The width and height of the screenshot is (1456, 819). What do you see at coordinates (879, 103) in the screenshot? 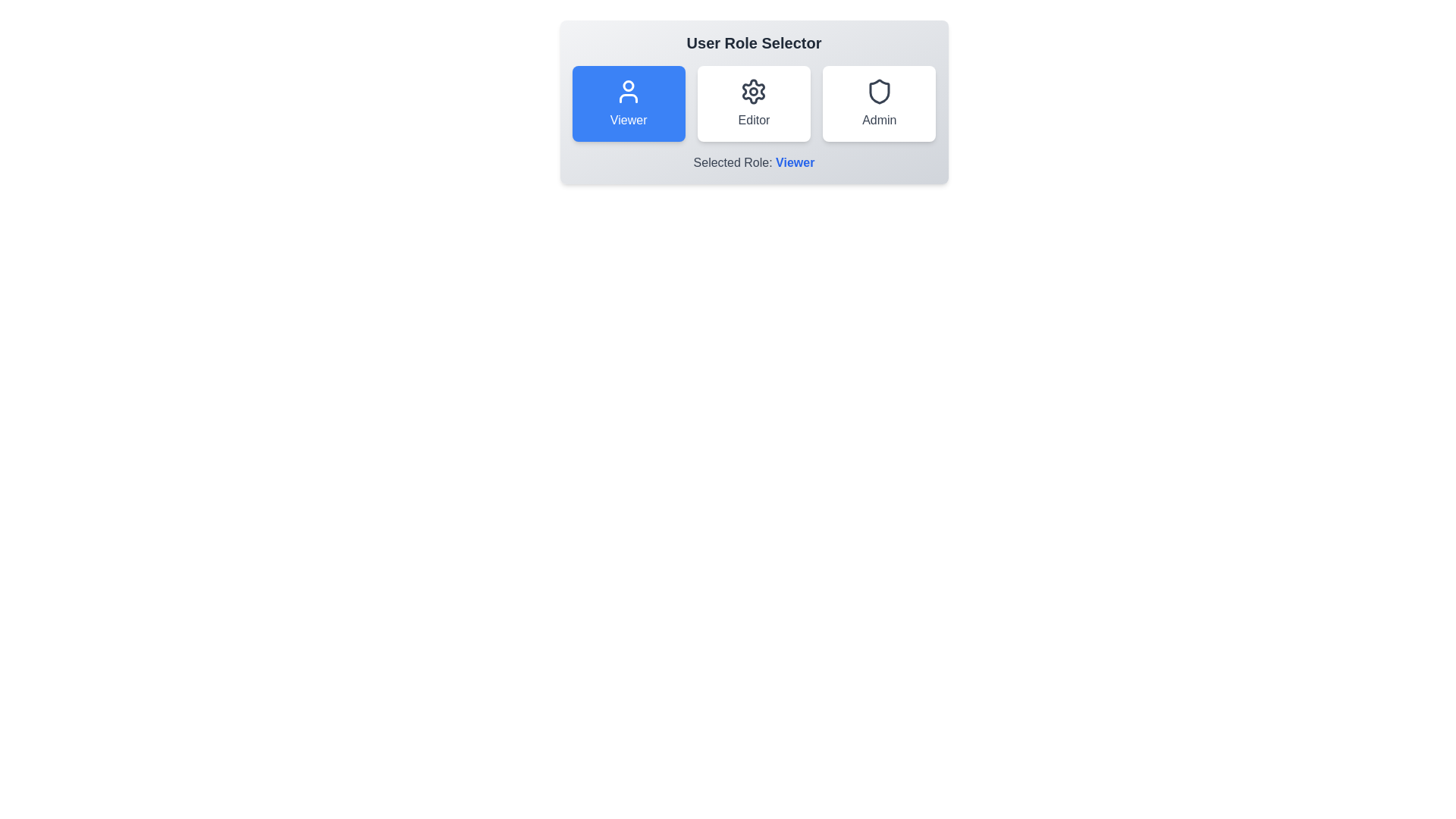
I see `the button labeled Admin to observe its hover effect` at bounding box center [879, 103].